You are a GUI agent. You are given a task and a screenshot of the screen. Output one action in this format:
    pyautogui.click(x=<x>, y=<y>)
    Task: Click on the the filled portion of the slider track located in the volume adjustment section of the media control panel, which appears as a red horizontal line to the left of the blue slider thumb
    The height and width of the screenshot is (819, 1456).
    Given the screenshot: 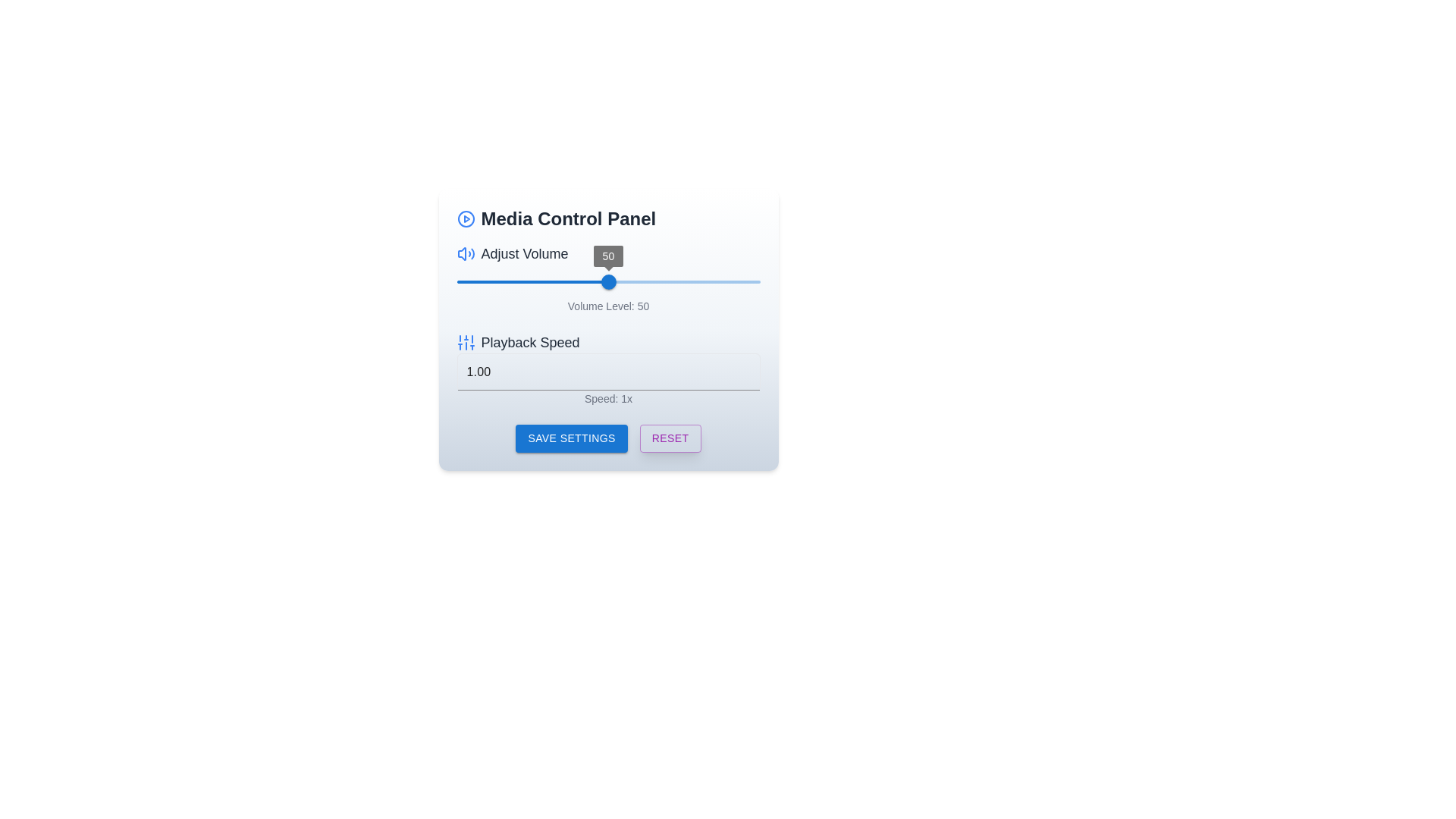 What is the action you would take?
    pyautogui.click(x=532, y=281)
    